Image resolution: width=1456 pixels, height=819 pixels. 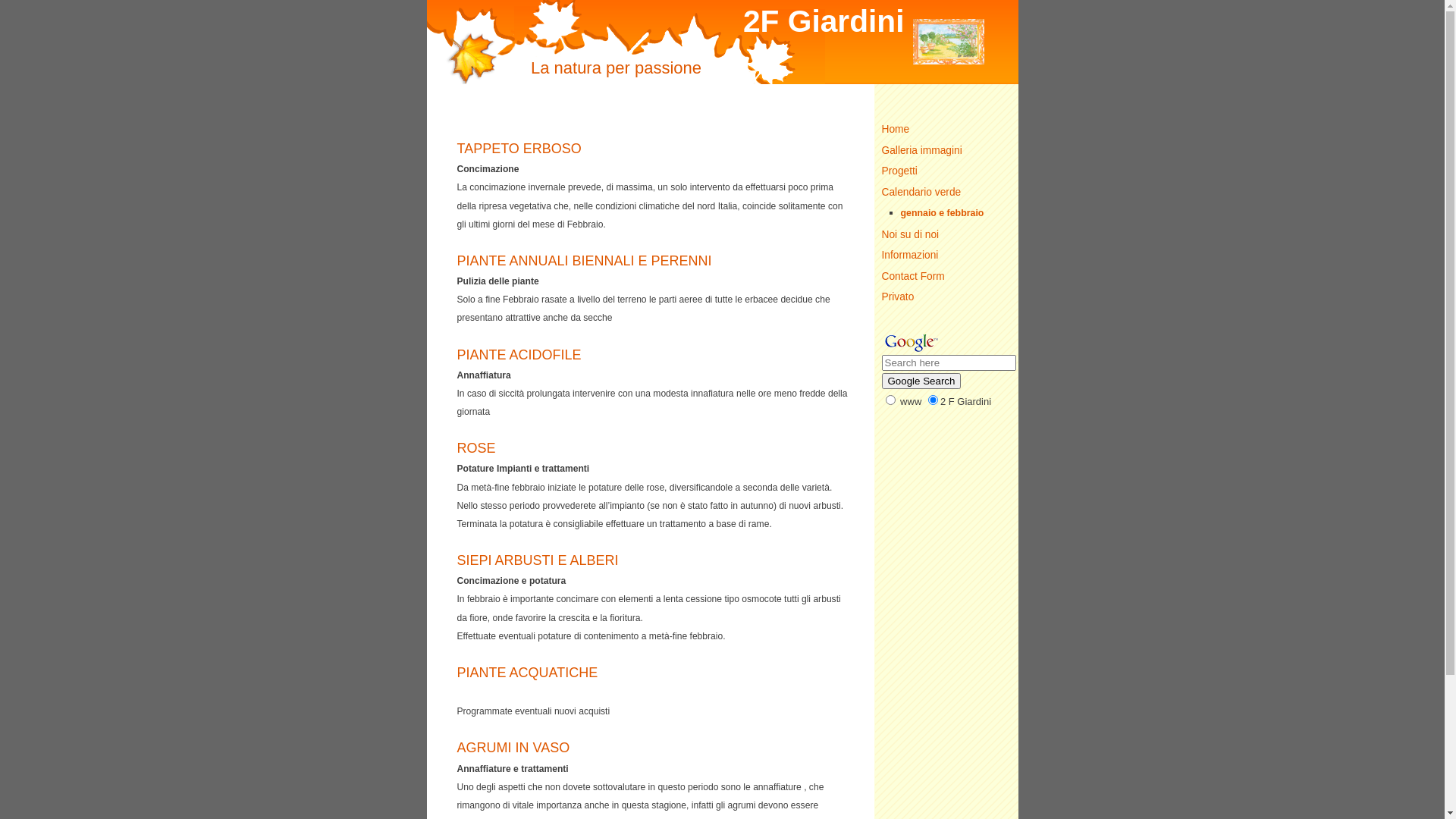 I want to click on 'Google Search', so click(x=880, y=380).